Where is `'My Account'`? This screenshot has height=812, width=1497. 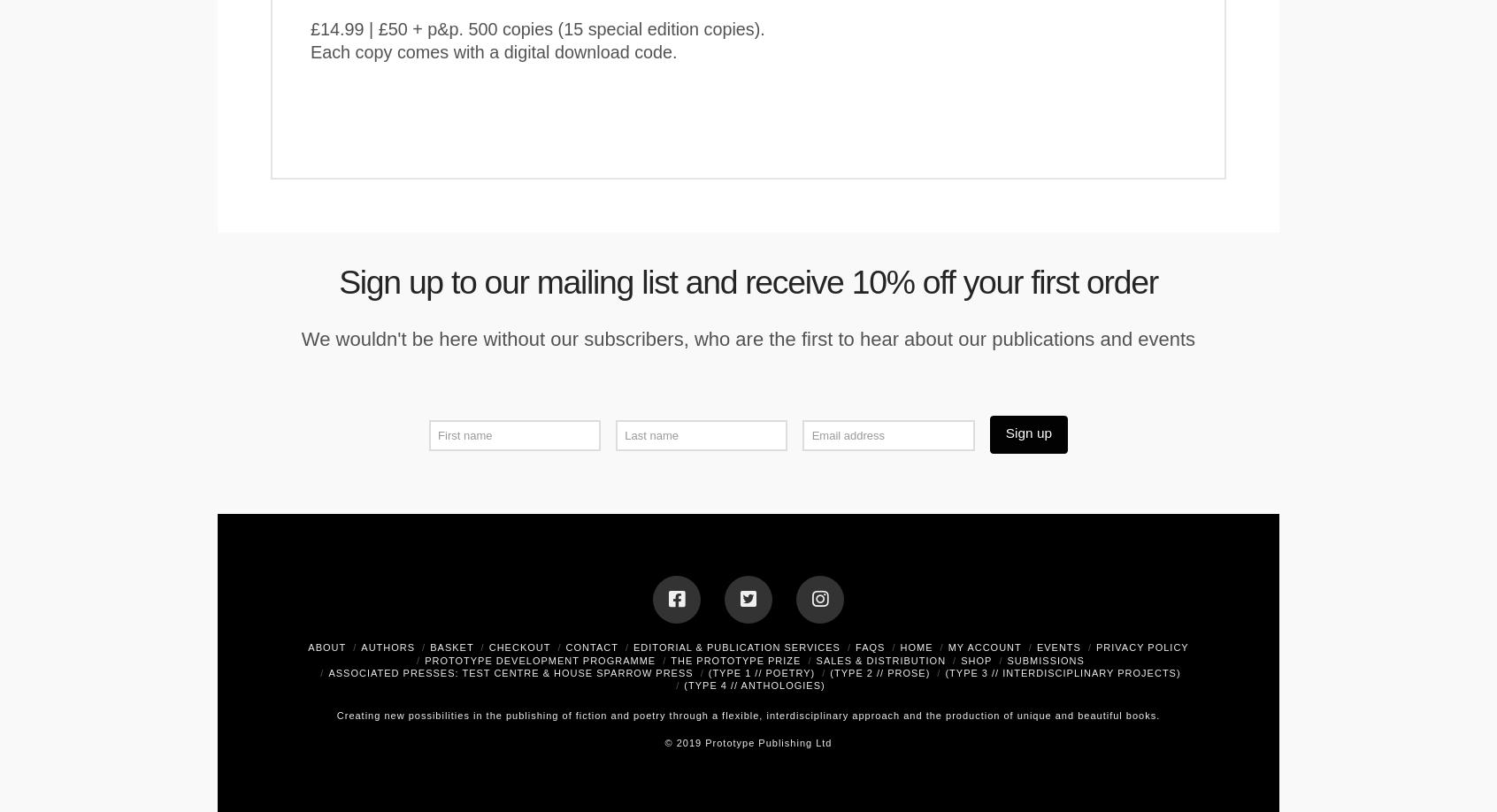 'My Account' is located at coordinates (984, 647).